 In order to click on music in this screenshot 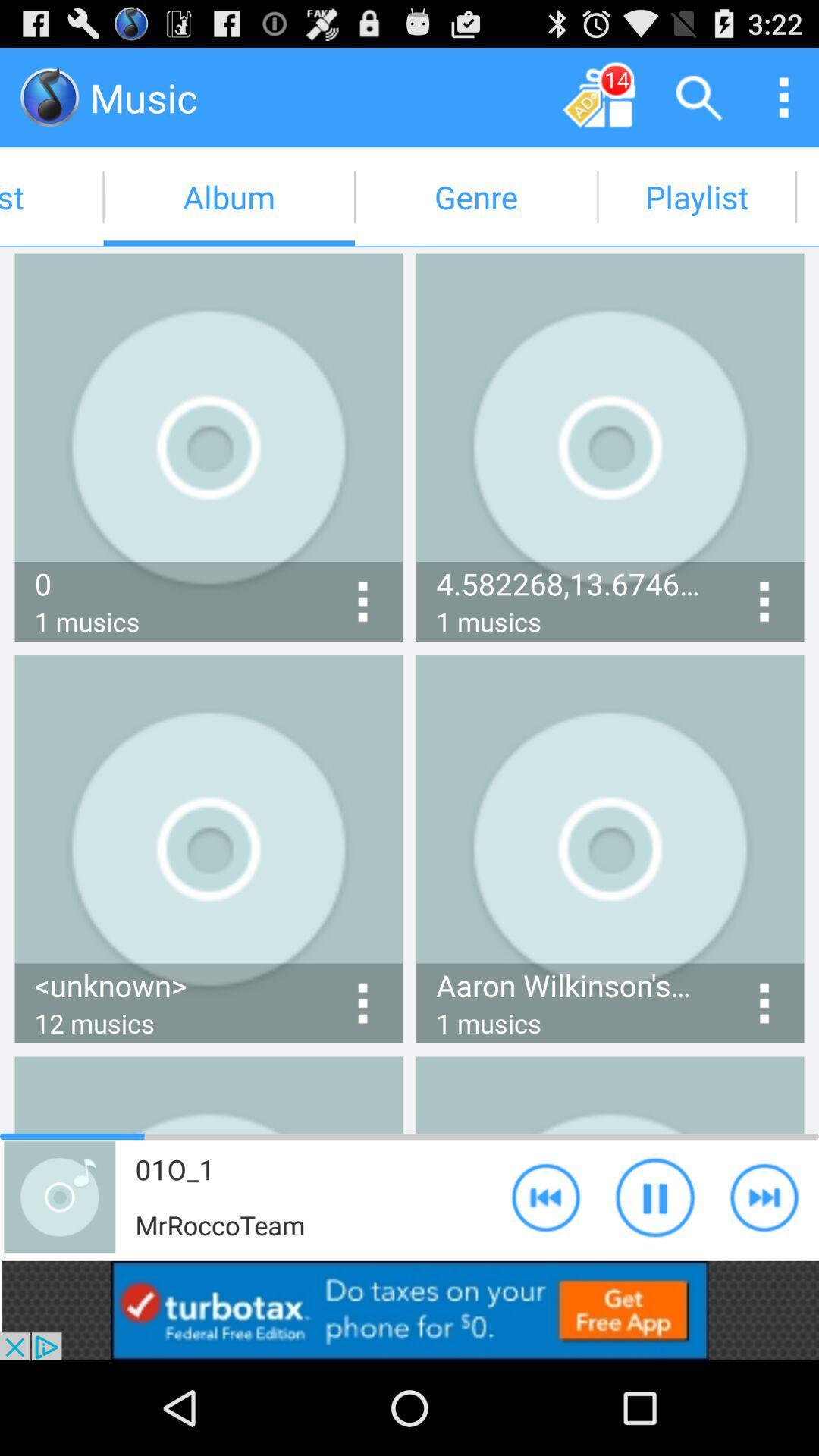, I will do `click(49, 96)`.